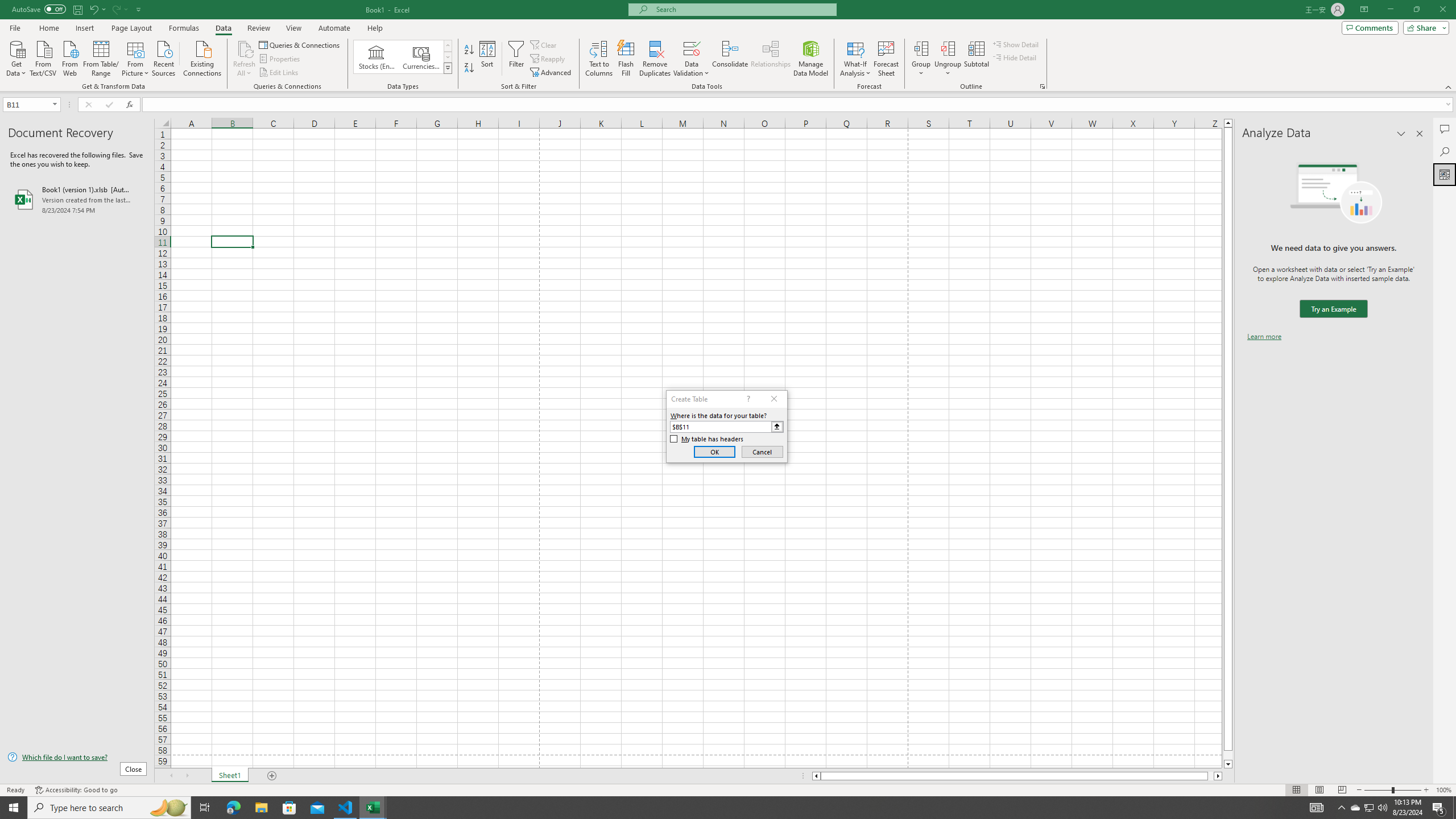 The width and height of the screenshot is (1456, 819). Describe the element at coordinates (48, 28) in the screenshot. I see `'Home'` at that location.